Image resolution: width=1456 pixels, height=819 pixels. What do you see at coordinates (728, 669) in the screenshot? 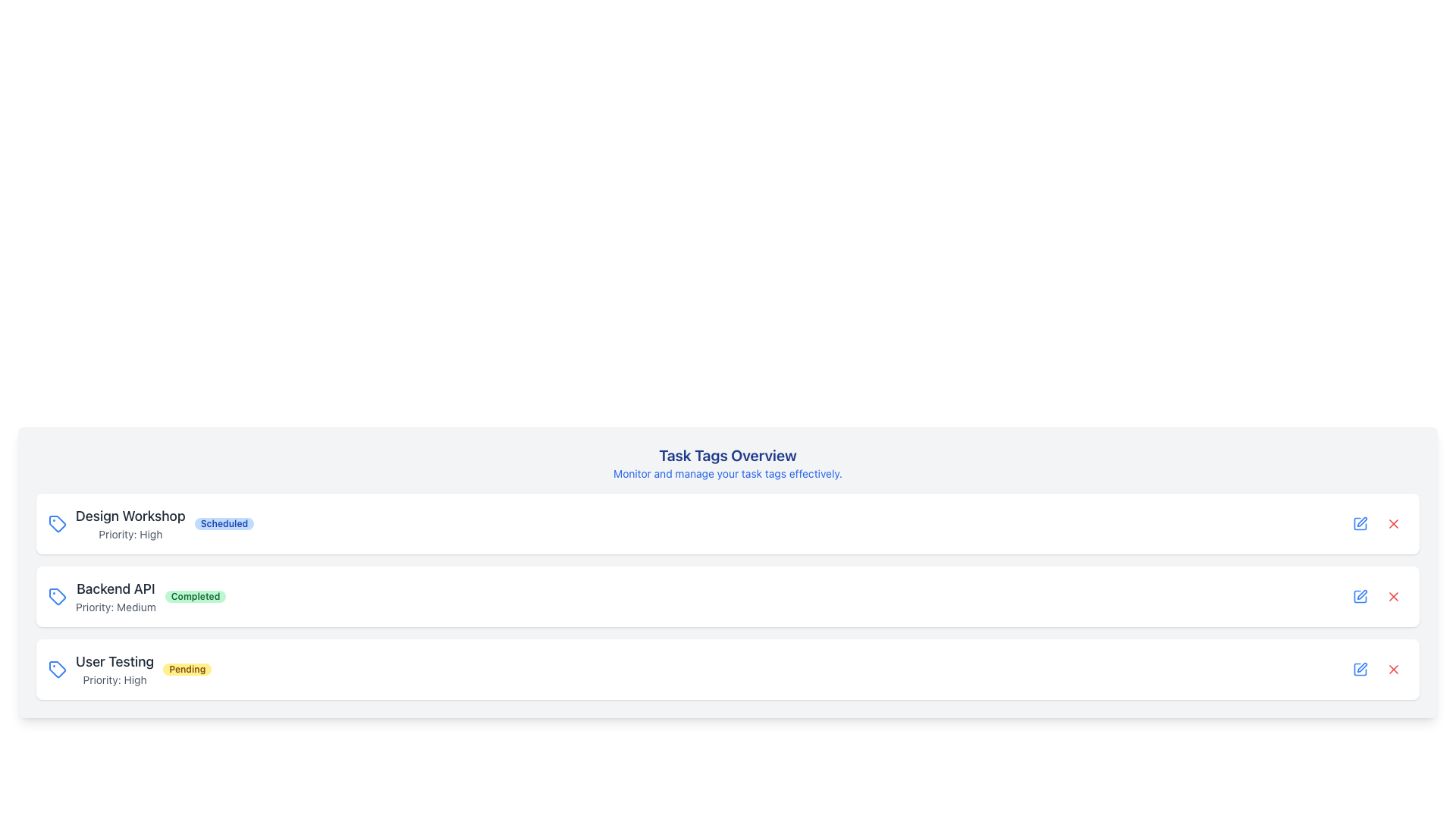
I see `the interactive card labeled 'User Testing' with a 'Pending' badge, which is the third item in a vertical list of similar elements` at bounding box center [728, 669].